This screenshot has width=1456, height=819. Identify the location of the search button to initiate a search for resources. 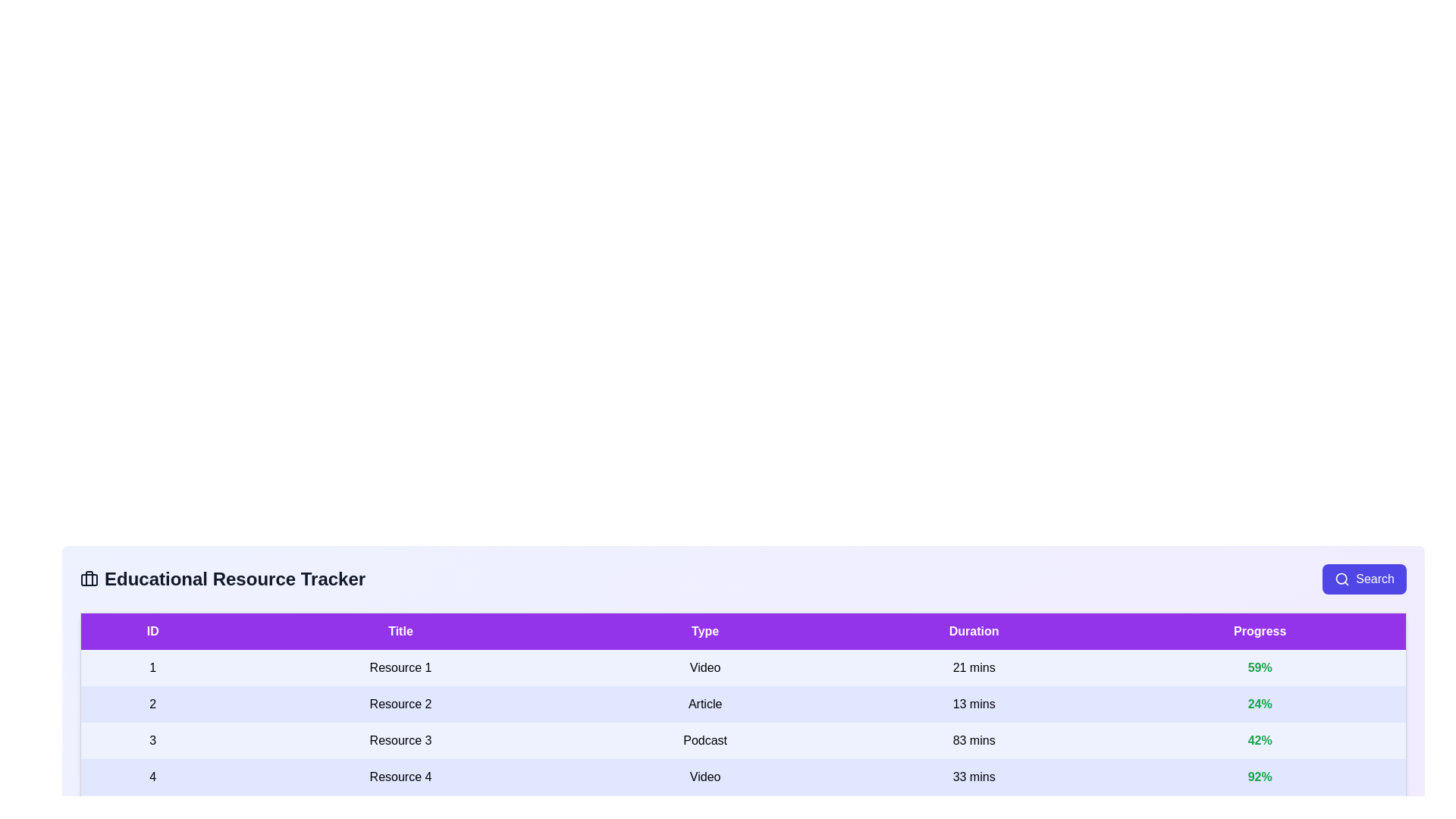
(1364, 579).